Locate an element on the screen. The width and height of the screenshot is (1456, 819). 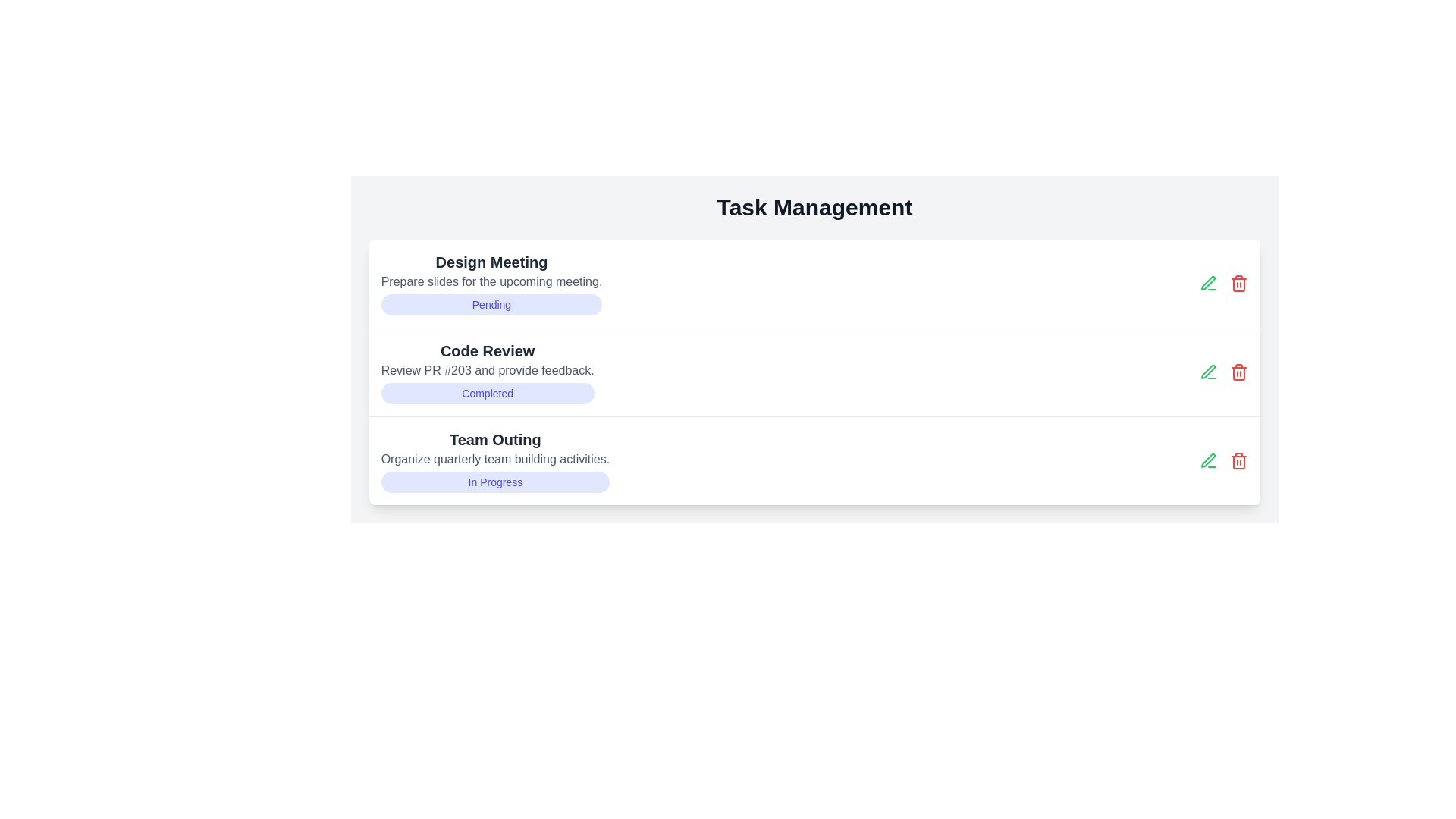
the delete button, which is the second interactive element in the horizontal group, positioned at the far right of the 'Team Outing' task is located at coordinates (1239, 460).